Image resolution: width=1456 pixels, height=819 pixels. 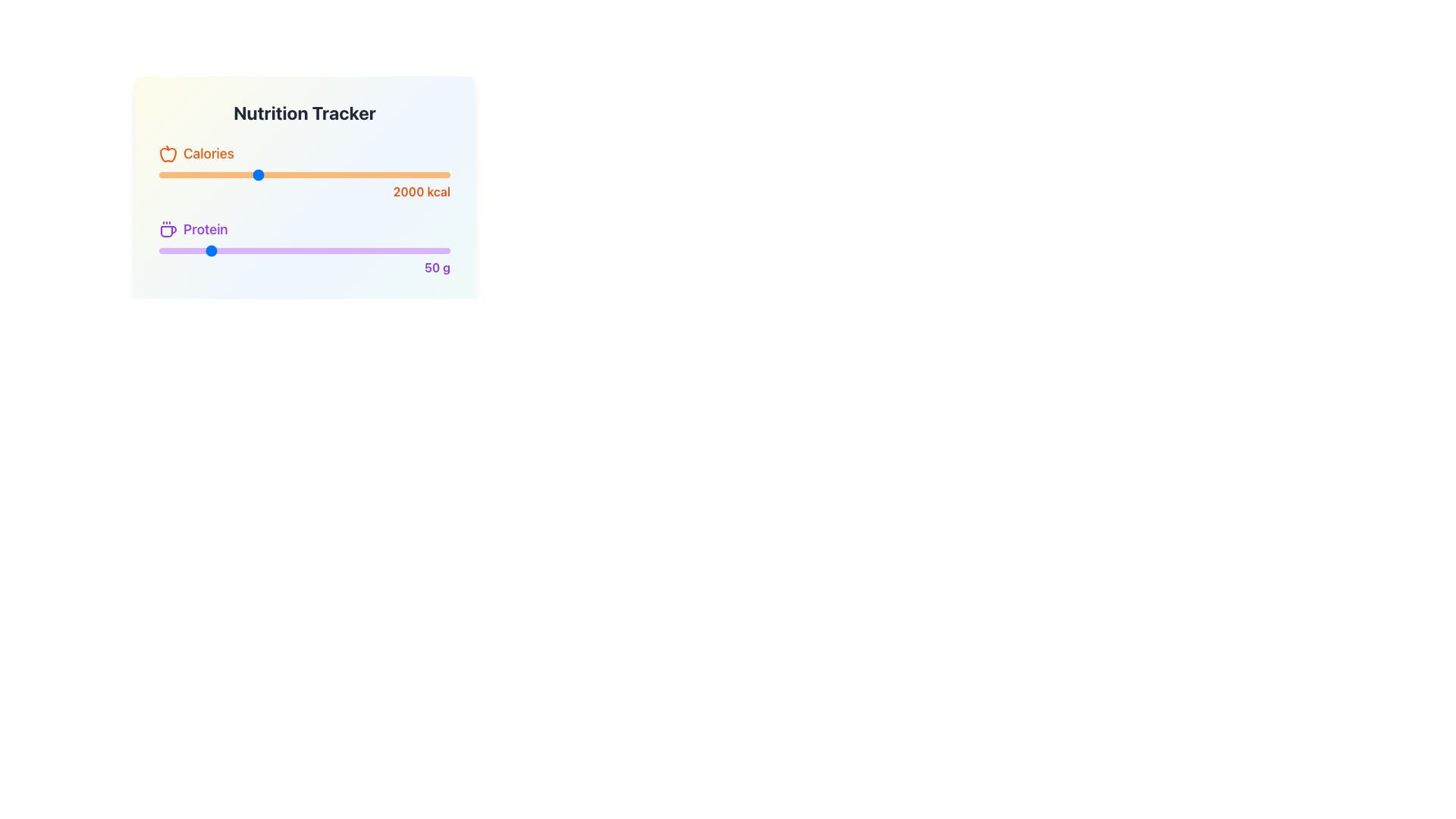 I want to click on protein quantity, so click(x=272, y=250).